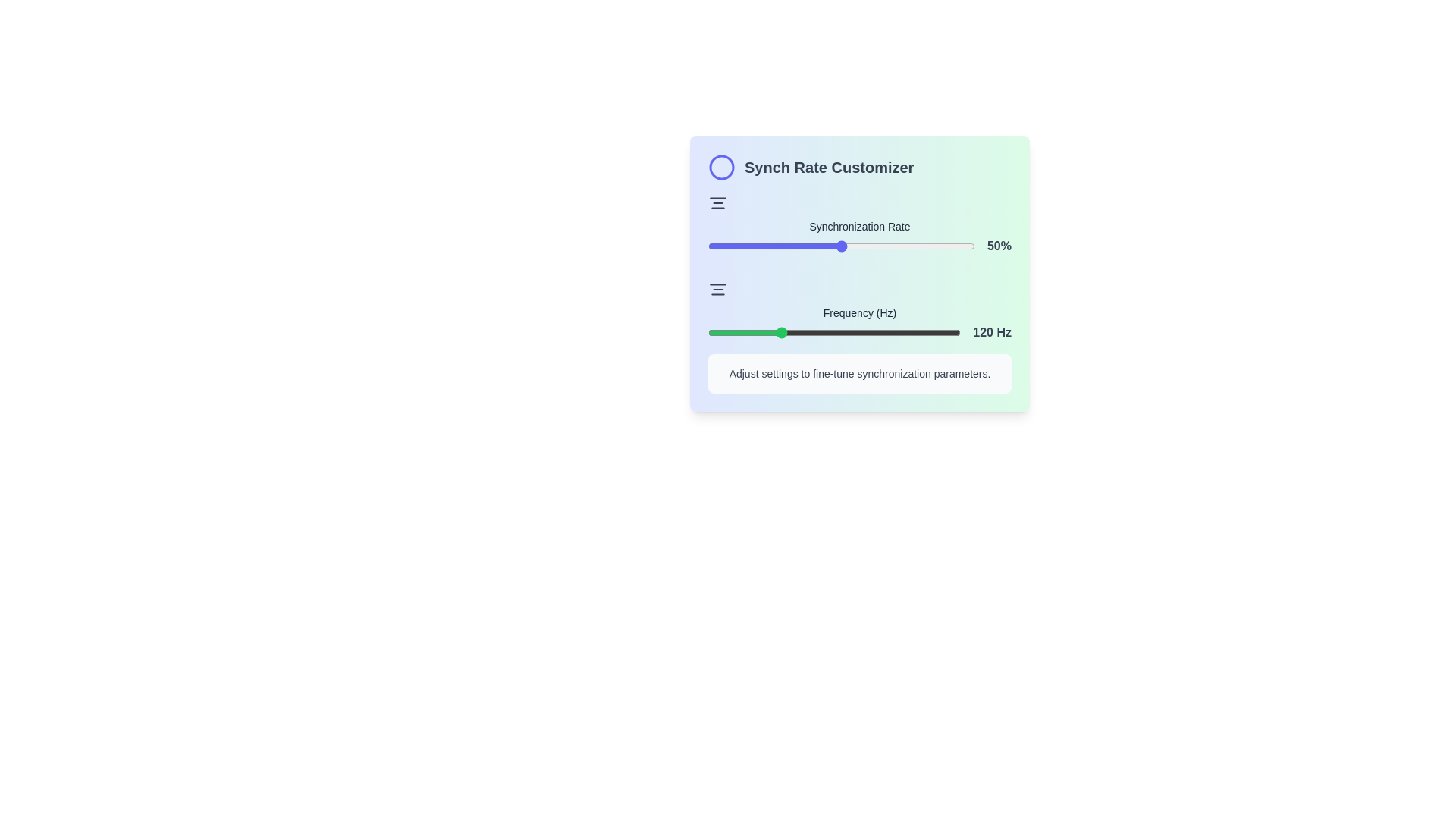 Image resolution: width=1456 pixels, height=819 pixels. Describe the element at coordinates (710, 332) in the screenshot. I see `the frequency slider to set the frequency to 53 Hz` at that location.